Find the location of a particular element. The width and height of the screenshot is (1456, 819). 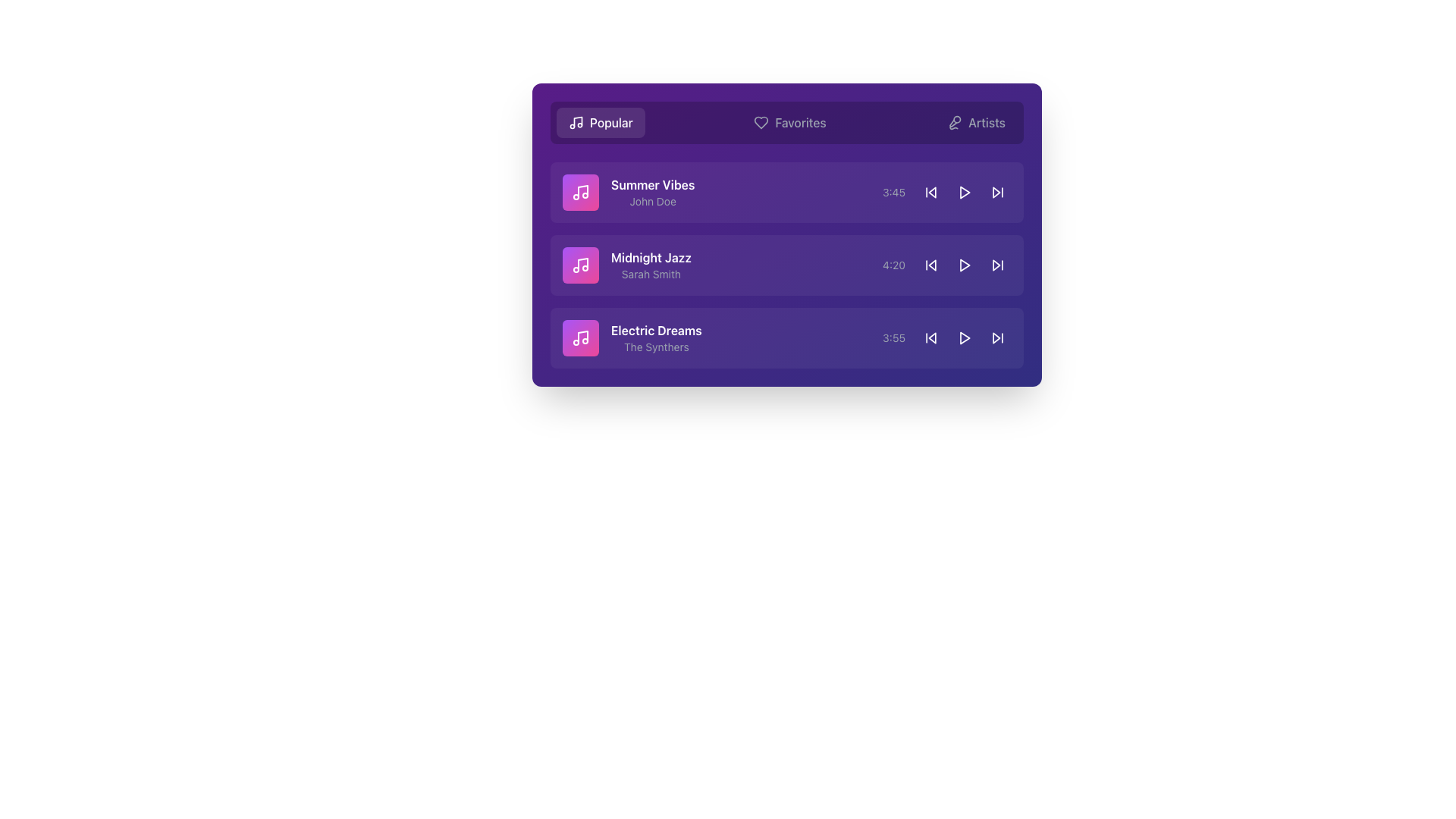

the play button located between the skip-back and skip-forward buttons in the playlist section is located at coordinates (964, 265).